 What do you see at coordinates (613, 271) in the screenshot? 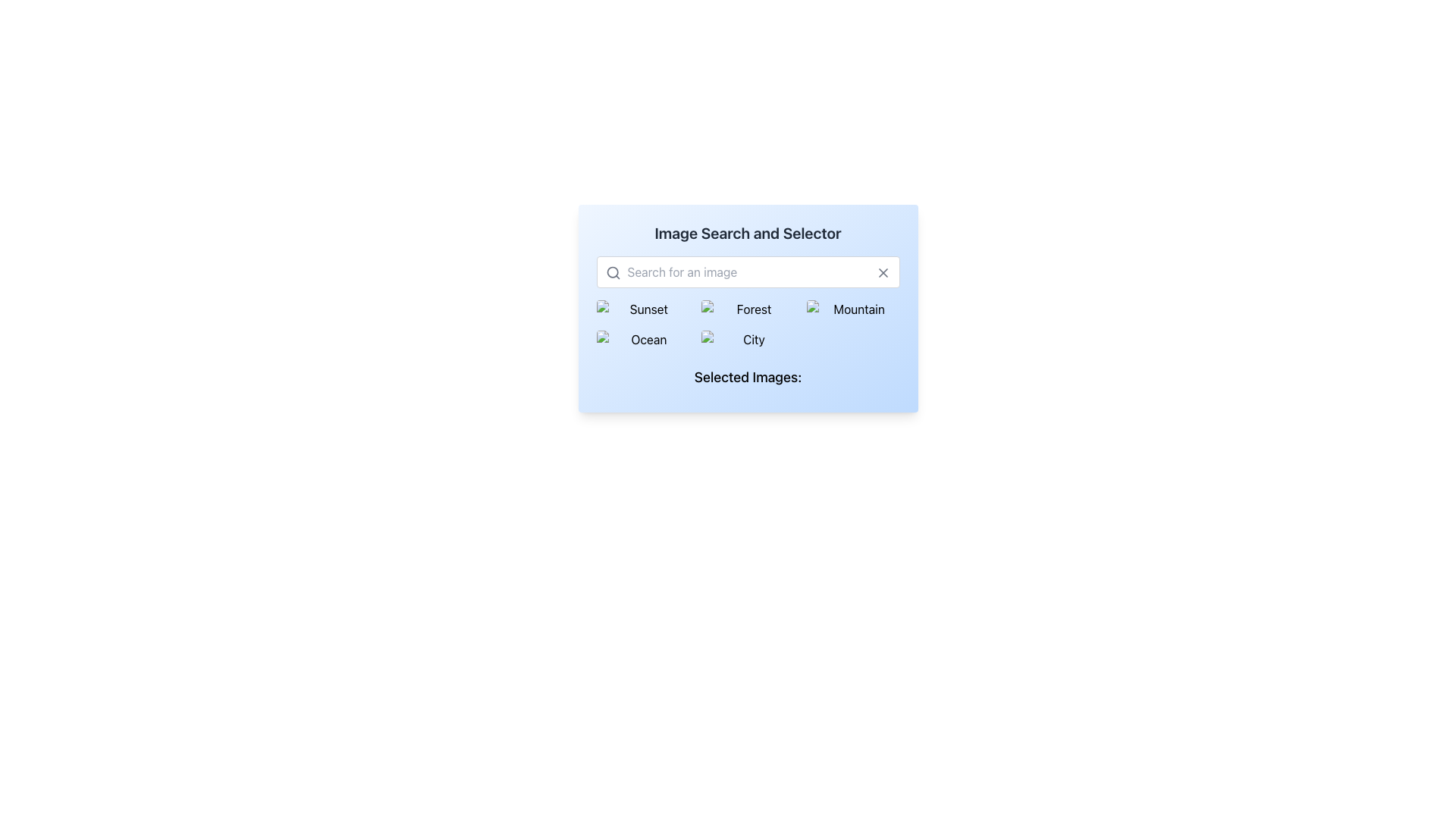
I see `the search icon located at the top-left corner of the search input field, which indicates the functionality for inputting search queries` at bounding box center [613, 271].